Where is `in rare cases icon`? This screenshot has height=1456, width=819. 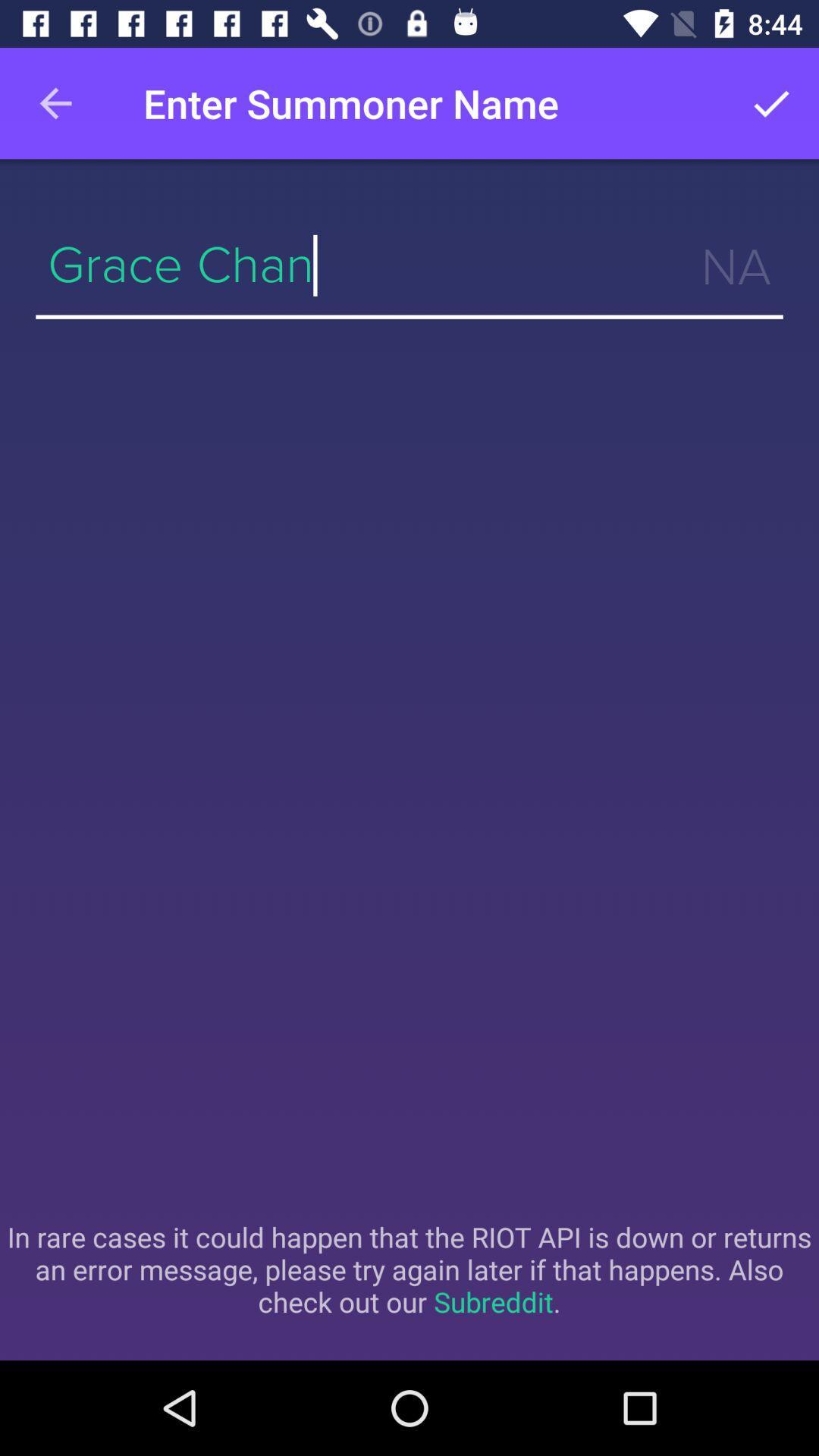
in rare cases icon is located at coordinates (409, 1269).